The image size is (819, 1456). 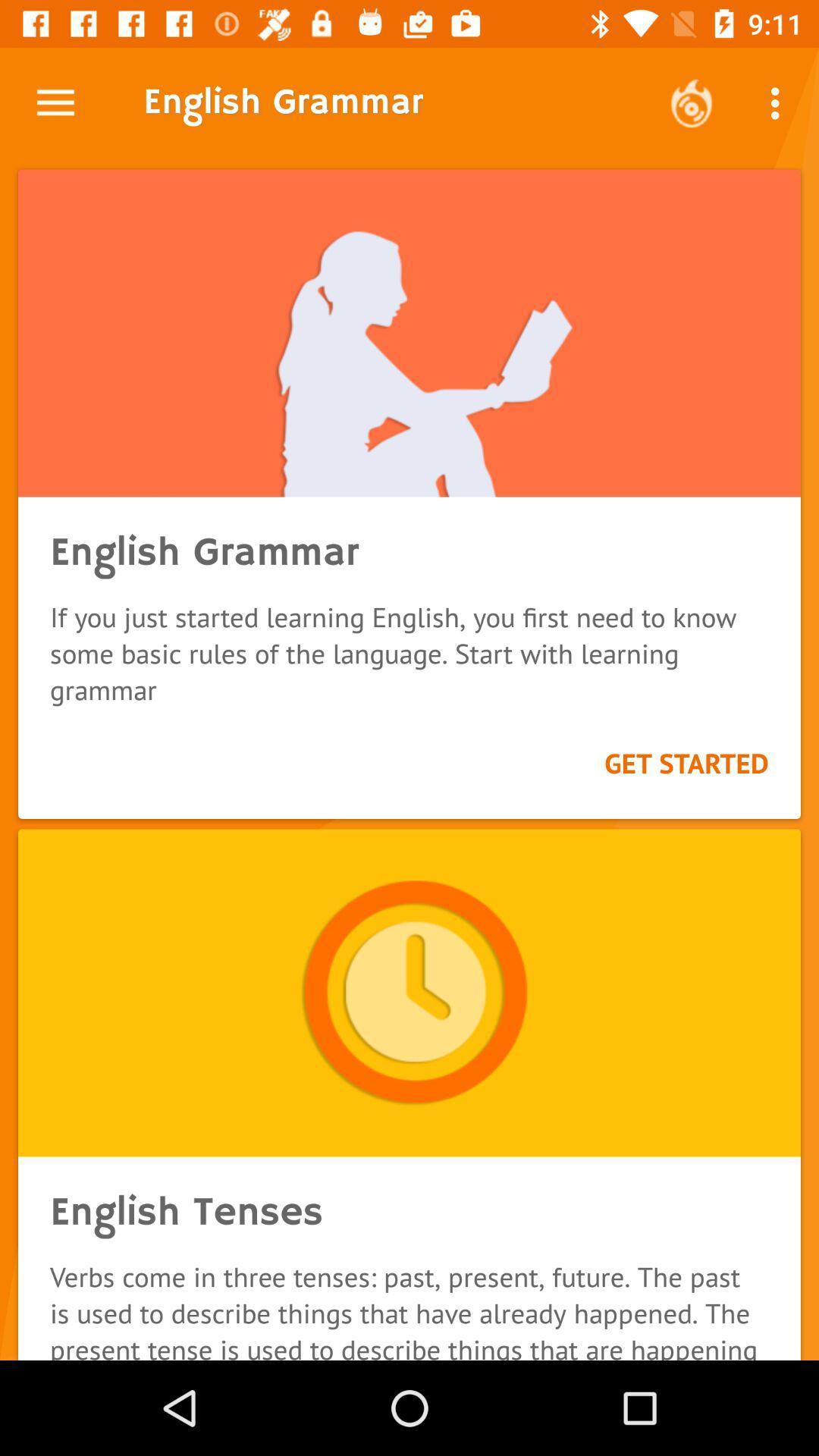 What do you see at coordinates (55, 102) in the screenshot?
I see `icon next to the english grammar icon` at bounding box center [55, 102].